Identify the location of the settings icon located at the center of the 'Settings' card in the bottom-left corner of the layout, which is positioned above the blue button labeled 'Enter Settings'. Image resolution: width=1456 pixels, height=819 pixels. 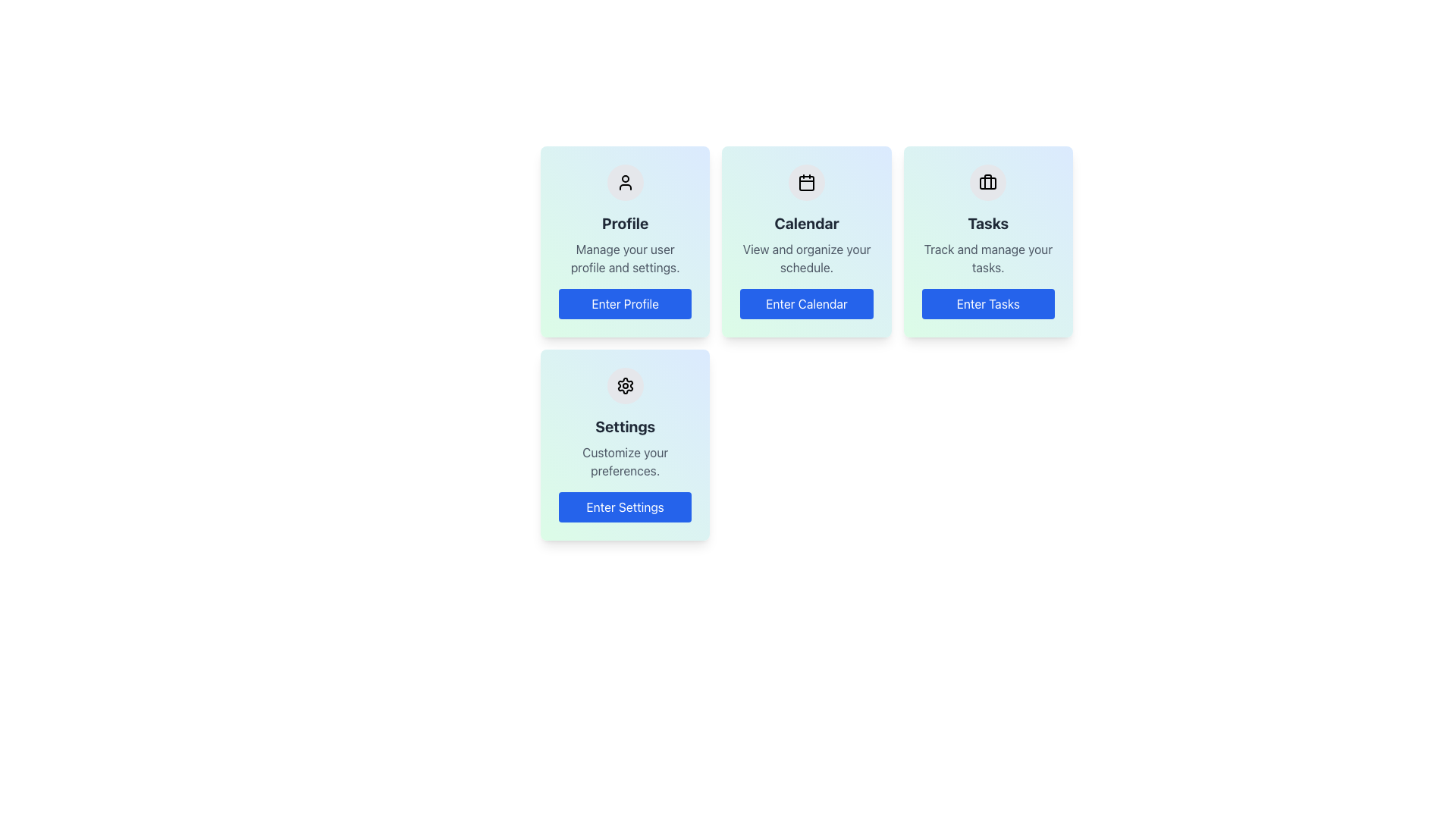
(625, 385).